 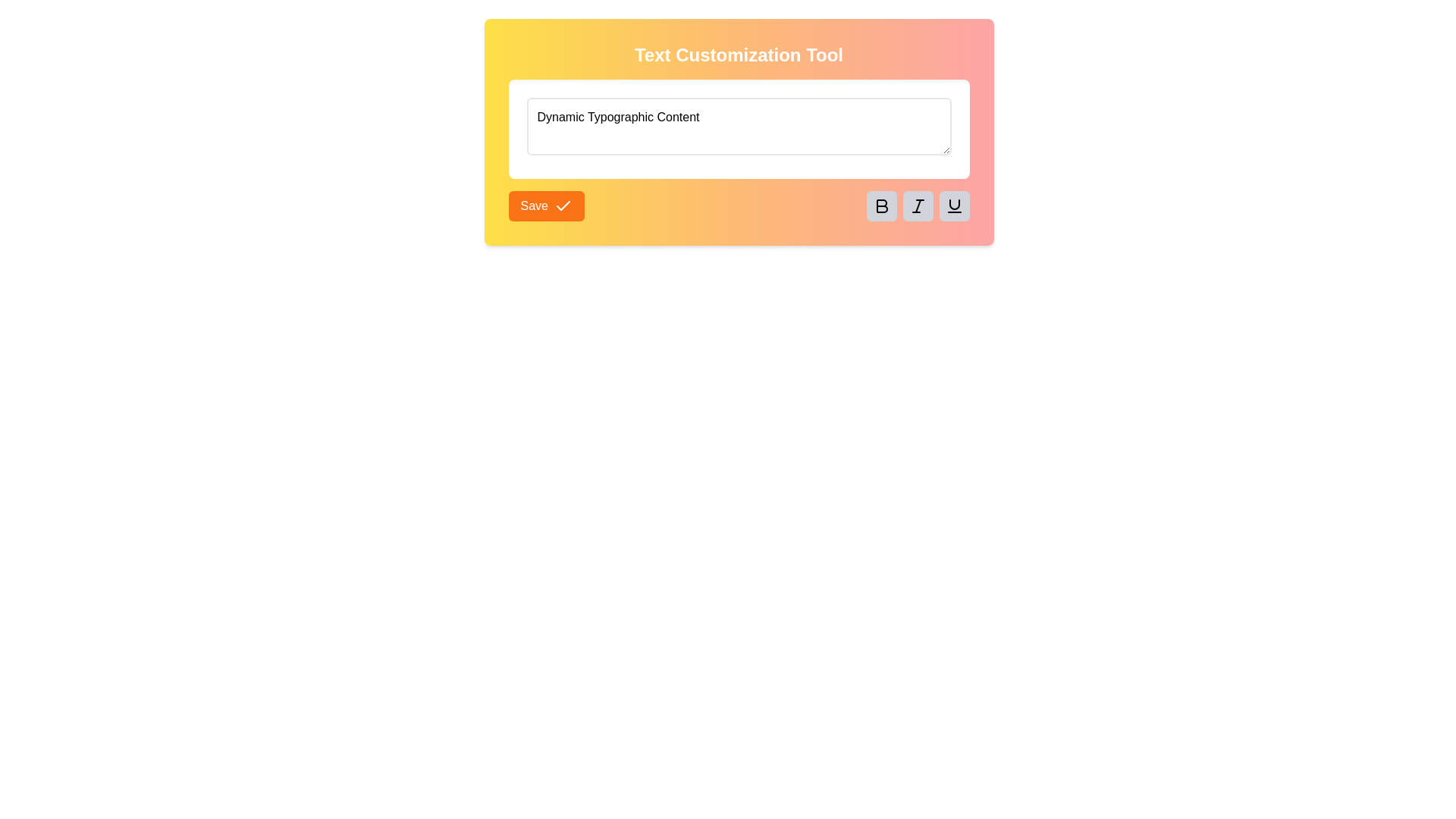 I want to click on the italicized 'I' icon button, which is styled in a minimalist outline design and is located within a gray rounded rectangle, so click(x=917, y=206).